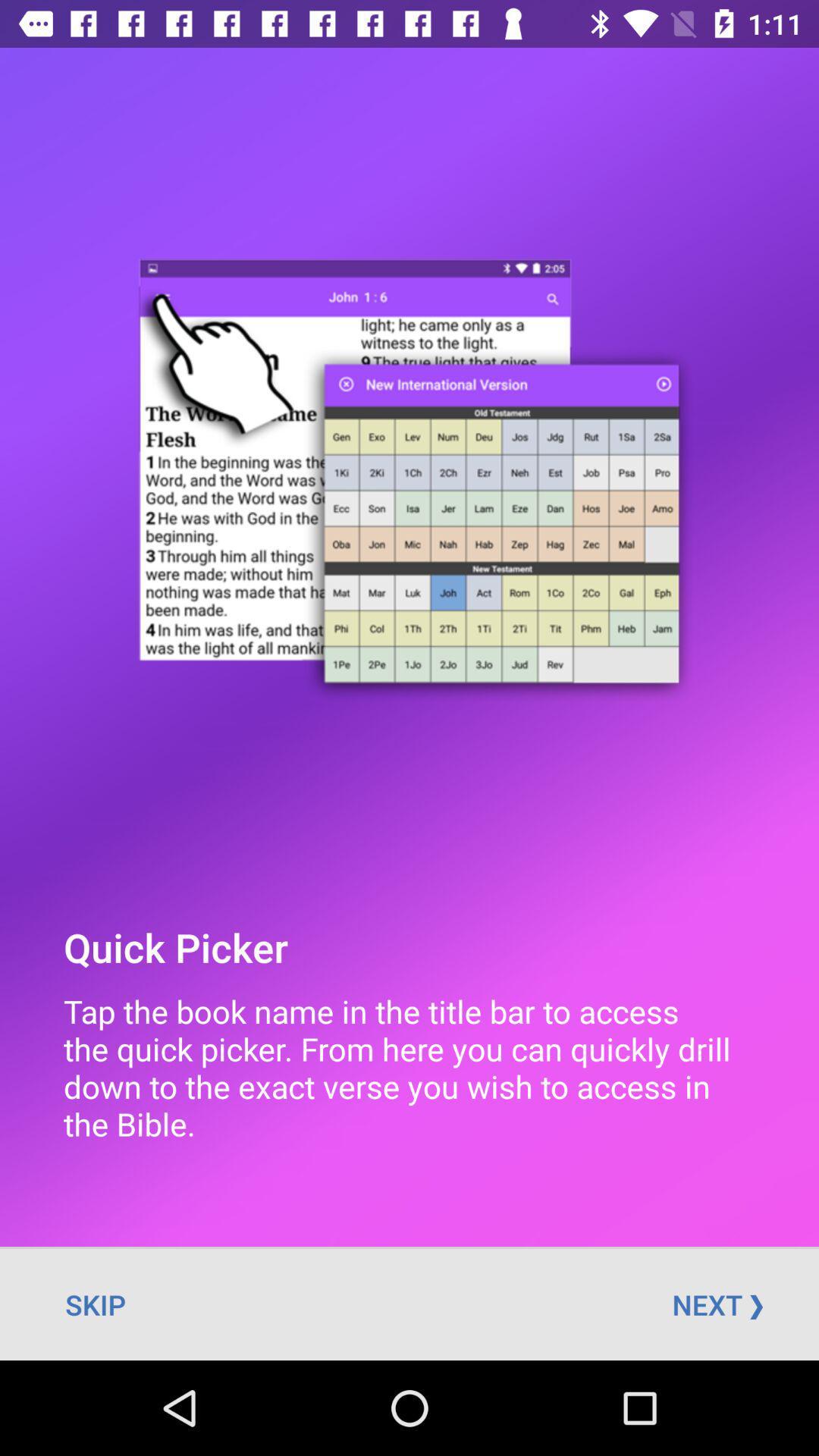 This screenshot has width=819, height=1456. I want to click on skip at the bottom left corner, so click(96, 1304).